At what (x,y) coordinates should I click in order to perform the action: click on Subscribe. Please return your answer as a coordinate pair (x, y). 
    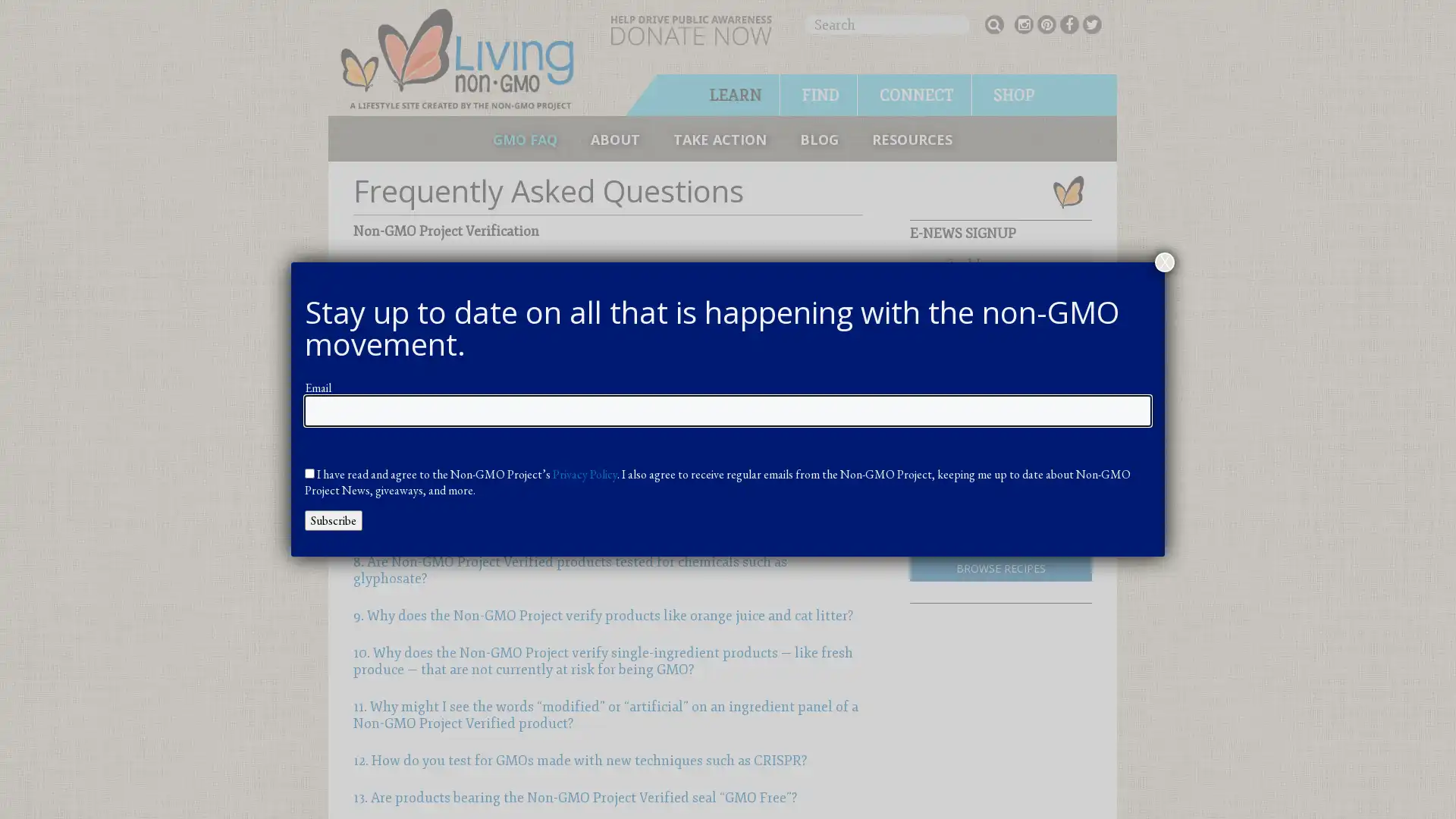
    Looking at the image, I should click on (333, 519).